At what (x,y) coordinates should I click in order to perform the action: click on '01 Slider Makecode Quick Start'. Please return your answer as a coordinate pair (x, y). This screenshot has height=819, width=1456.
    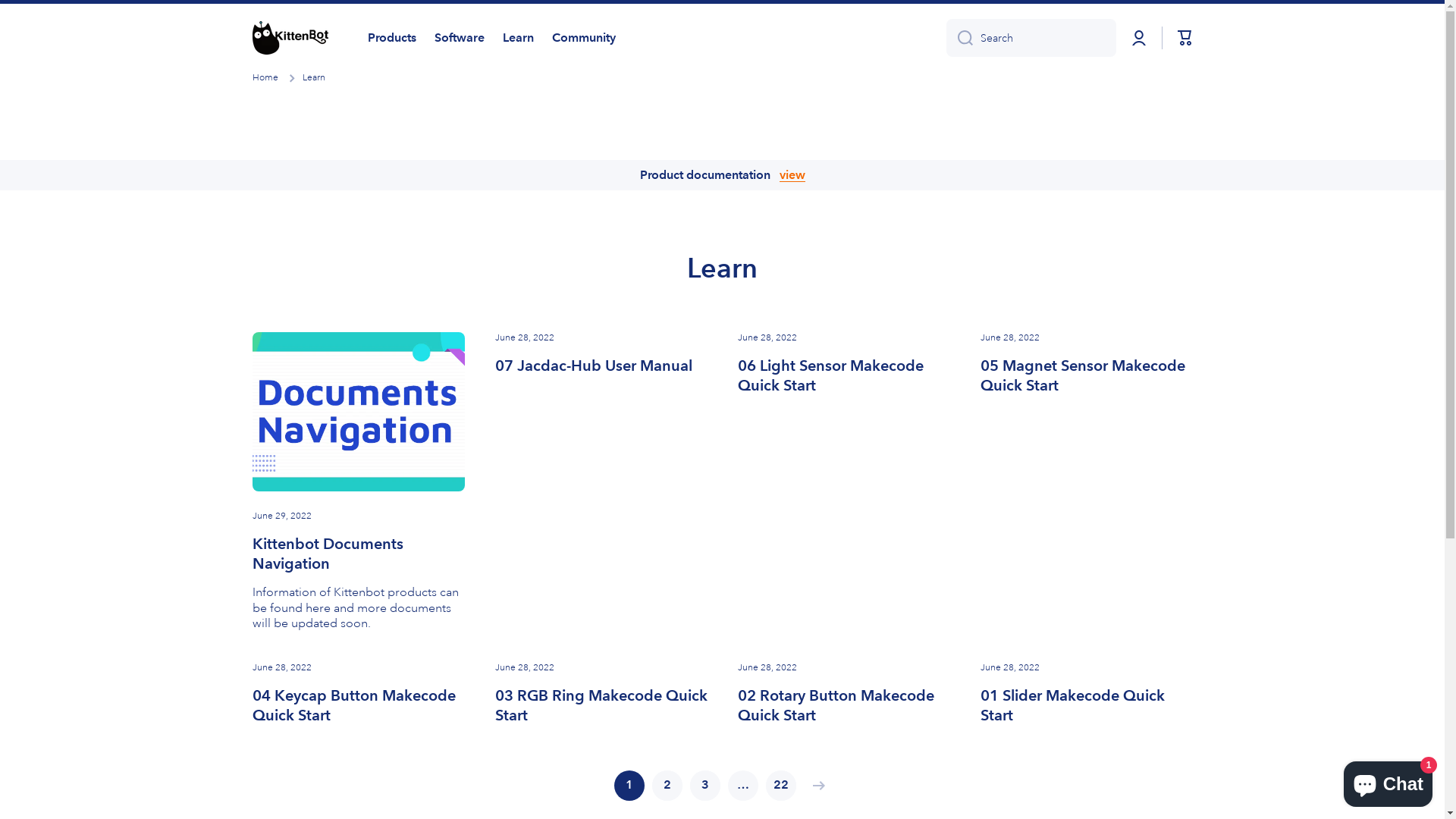
    Looking at the image, I should click on (1084, 704).